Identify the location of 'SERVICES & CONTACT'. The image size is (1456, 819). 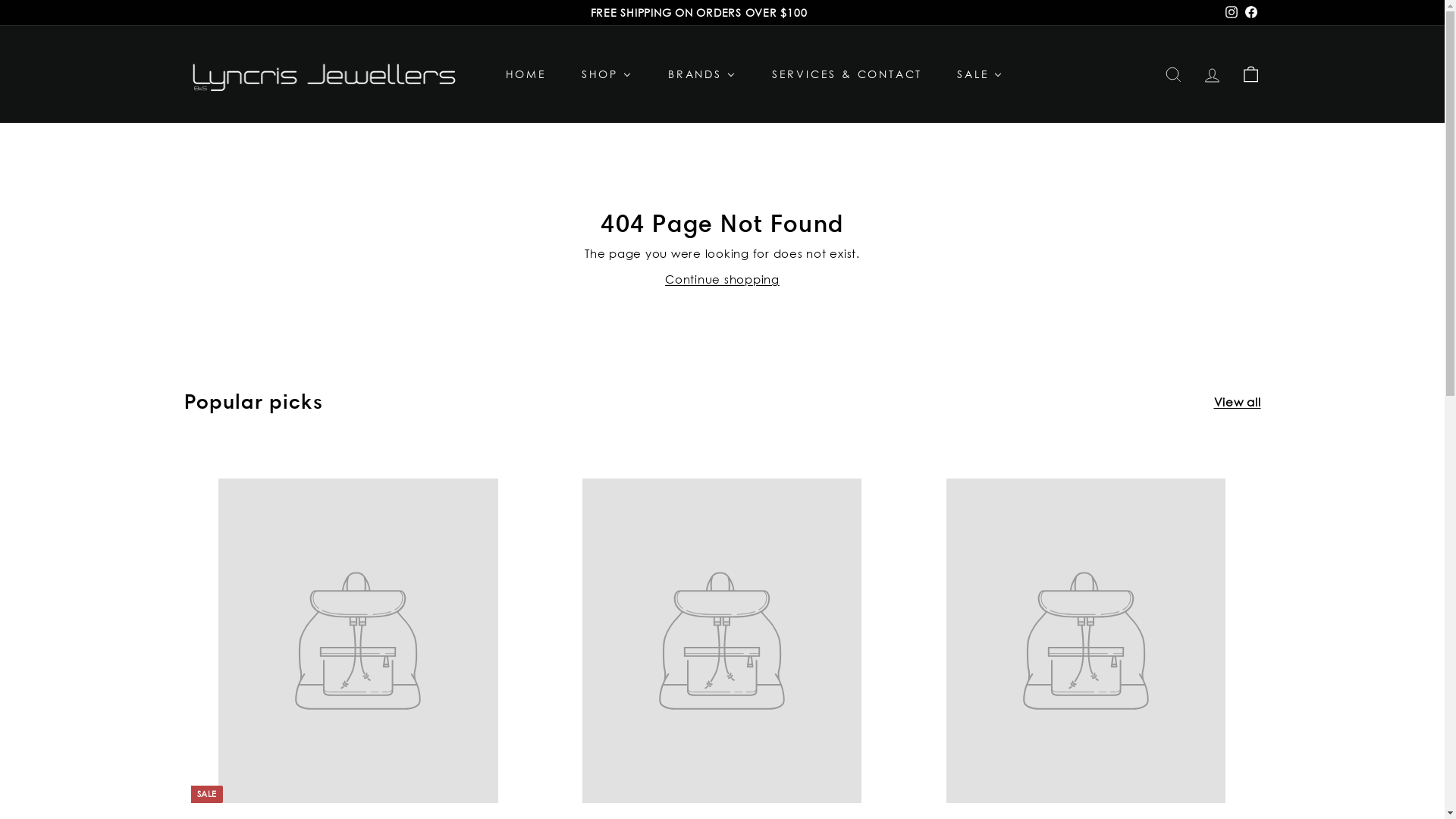
(753, 74).